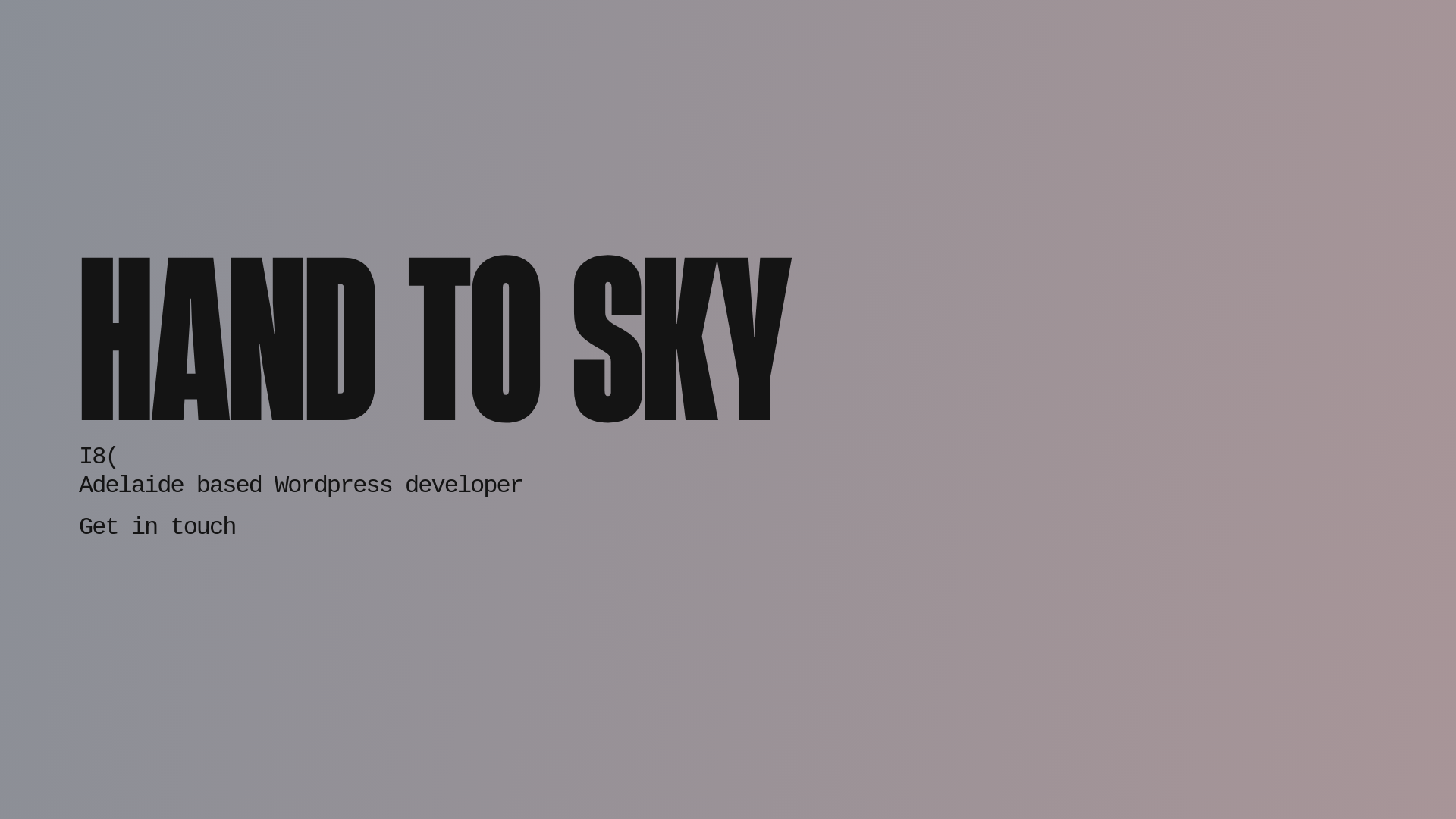 Image resolution: width=1456 pixels, height=819 pixels. I want to click on 'Get in touch', so click(78, 519).